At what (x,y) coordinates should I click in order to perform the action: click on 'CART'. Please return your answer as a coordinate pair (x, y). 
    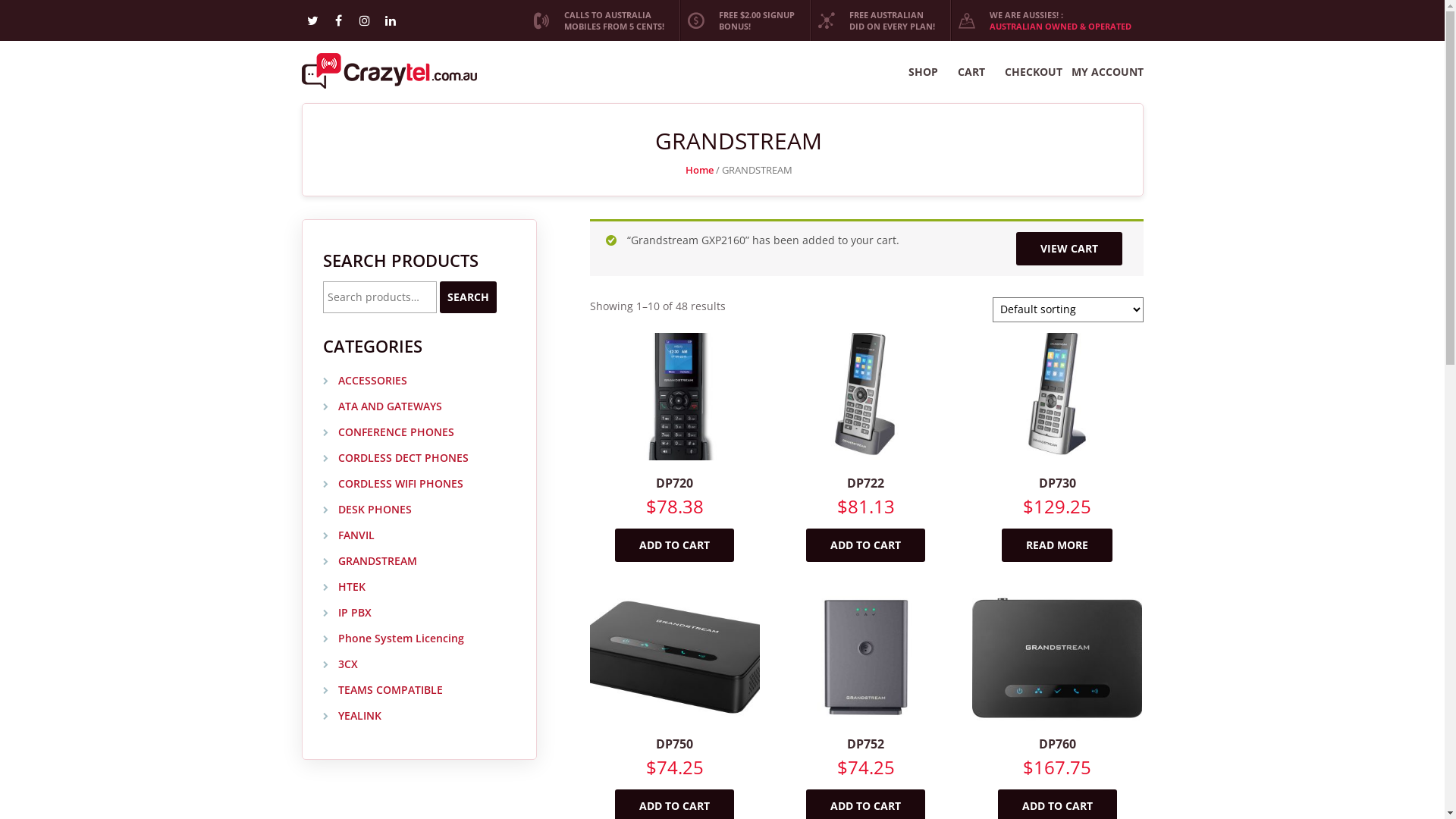
    Looking at the image, I should click on (971, 72).